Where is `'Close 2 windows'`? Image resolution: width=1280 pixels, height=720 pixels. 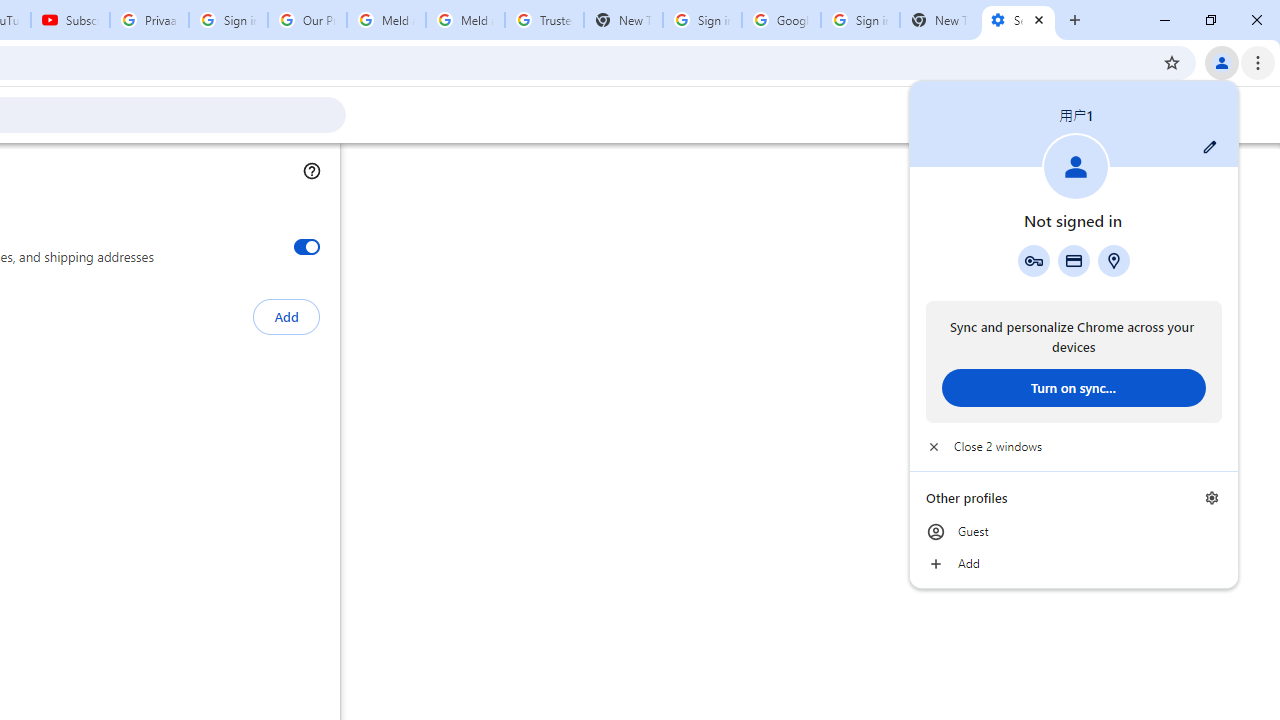 'Close 2 windows' is located at coordinates (1072, 446).